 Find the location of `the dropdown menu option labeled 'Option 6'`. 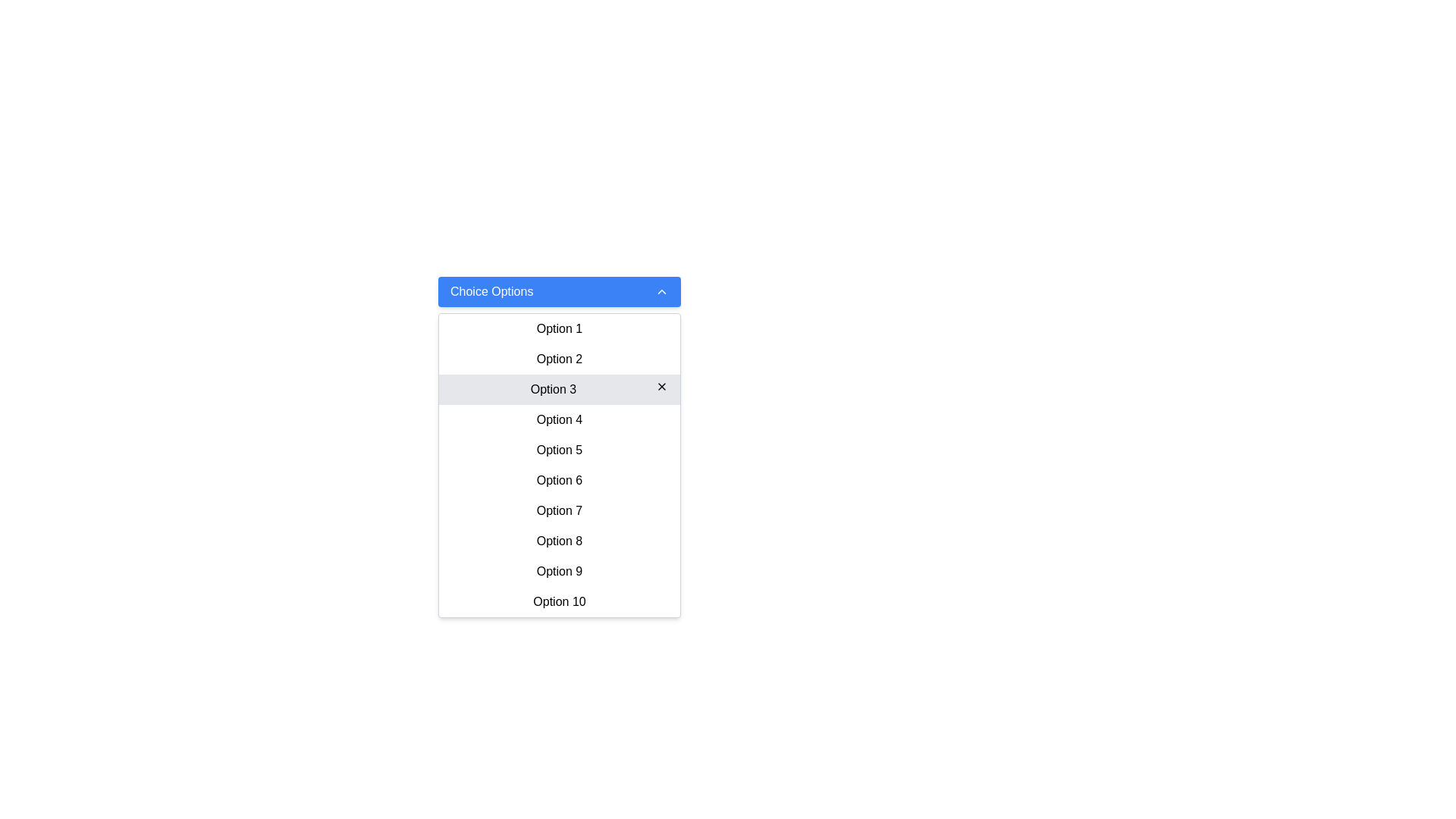

the dropdown menu option labeled 'Option 6' is located at coordinates (559, 480).